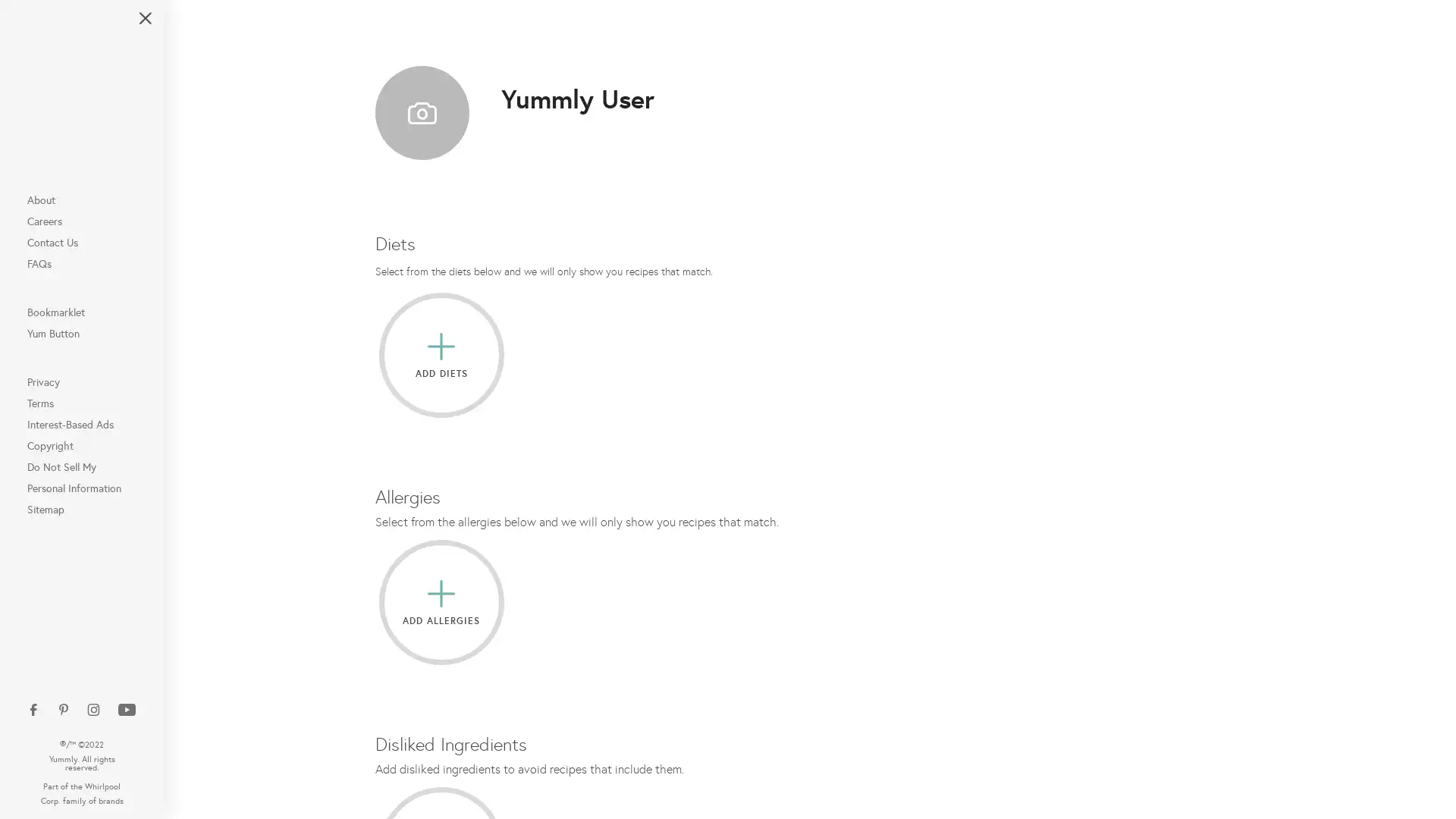 The image size is (1456, 819). I want to click on Do Not Sell My Personal Information, so click(81, 479).